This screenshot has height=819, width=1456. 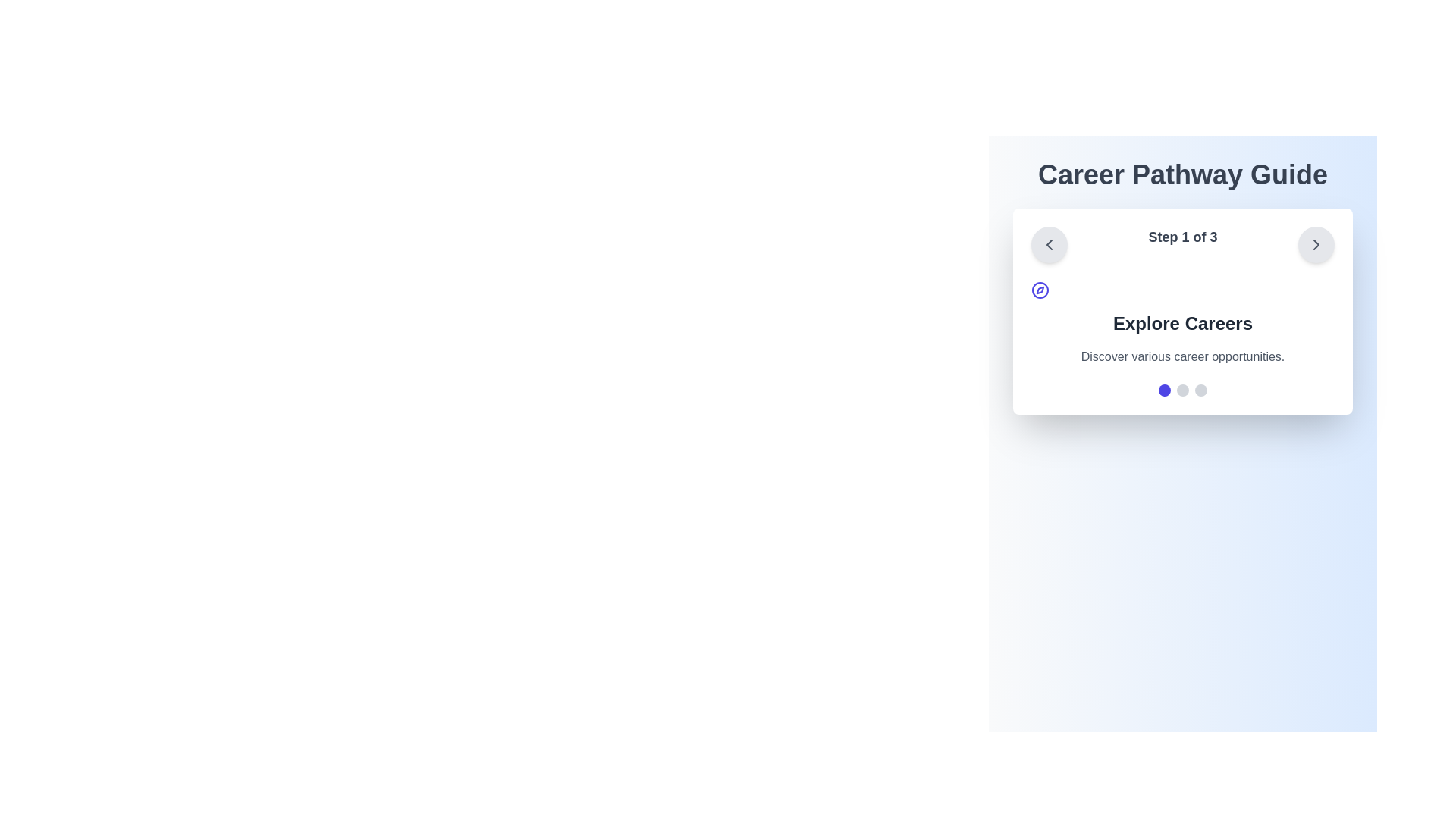 I want to click on the decorative vector graphic (circle) located in the upper-left corner of the 'Explore Careers' card, which serves as a compass-like visual enhancement, so click(x=1040, y=290).